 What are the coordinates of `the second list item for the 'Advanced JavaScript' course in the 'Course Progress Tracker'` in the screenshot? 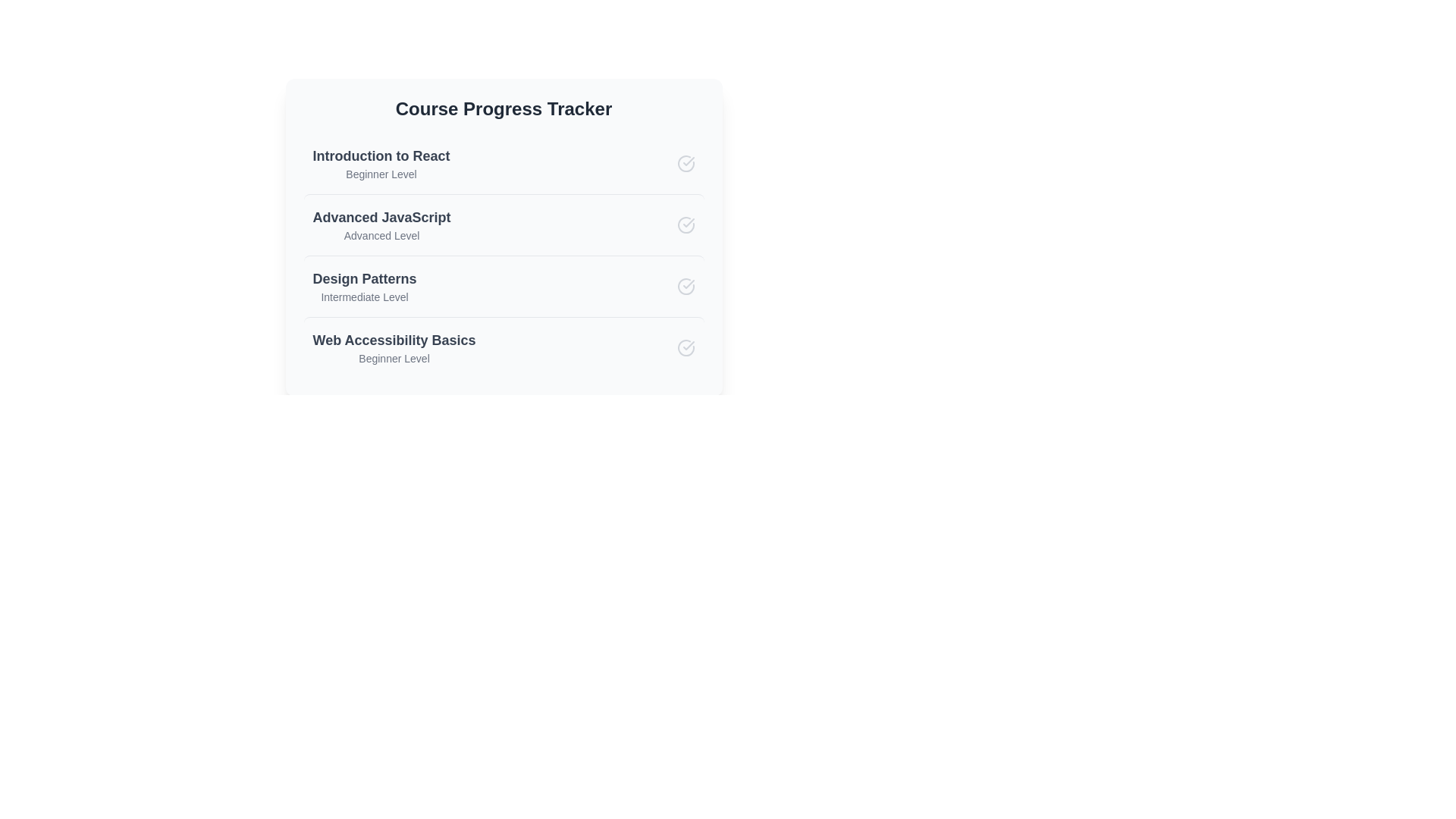 It's located at (504, 224).